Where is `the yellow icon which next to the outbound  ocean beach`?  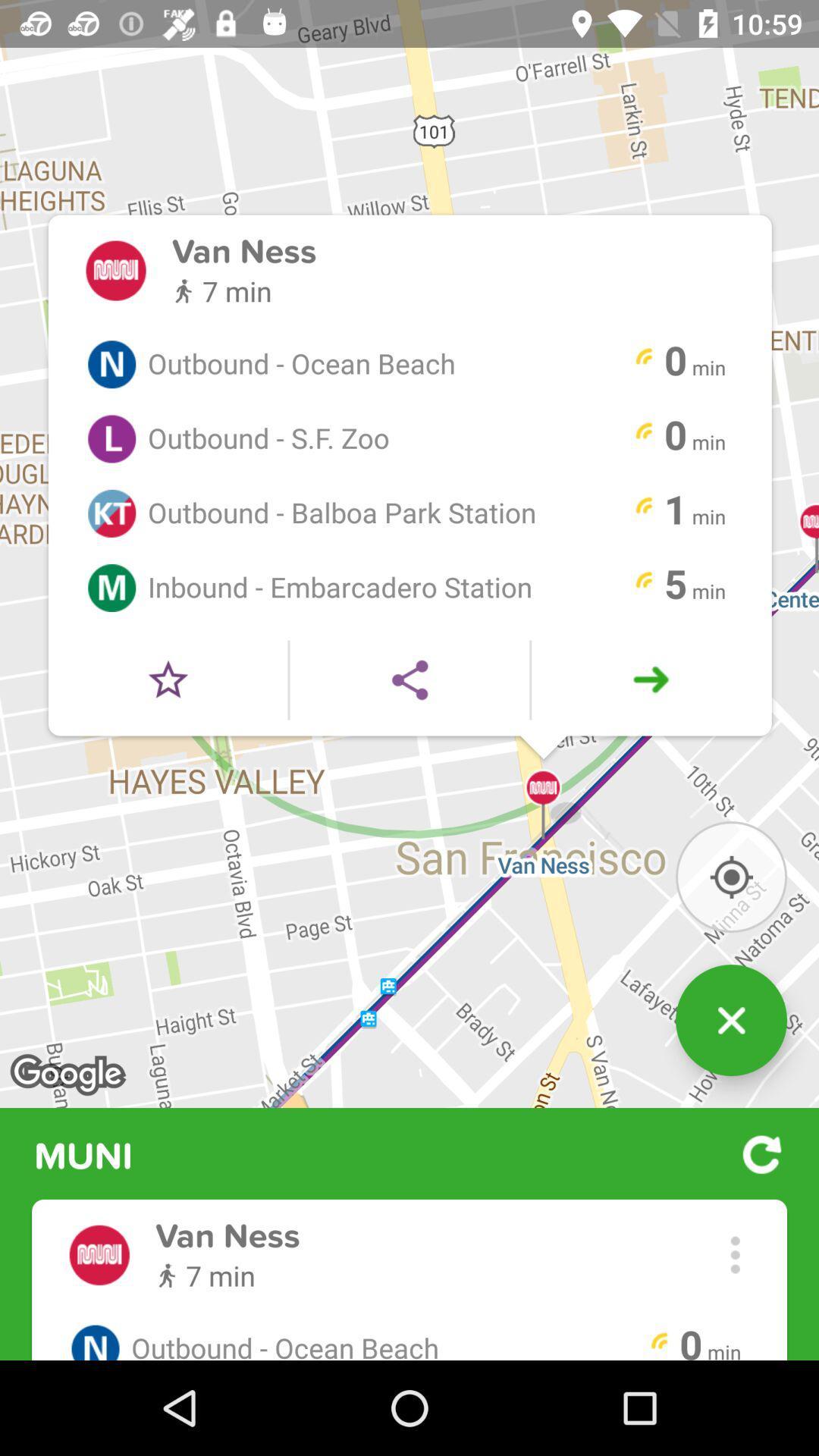 the yellow icon which next to the outbound  ocean beach is located at coordinates (644, 358).